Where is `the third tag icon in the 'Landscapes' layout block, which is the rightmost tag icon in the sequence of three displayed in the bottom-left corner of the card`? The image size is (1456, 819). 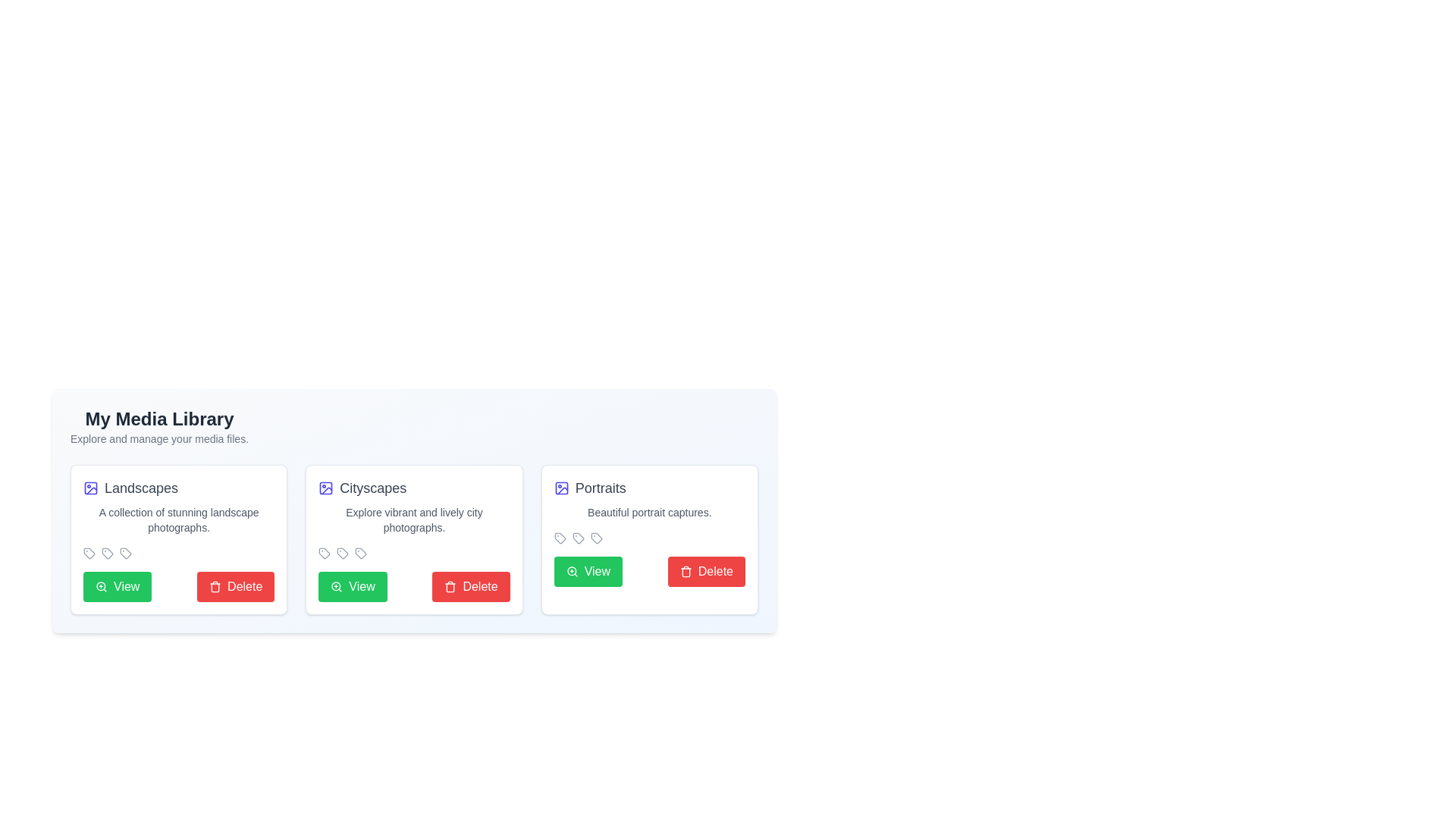
the third tag icon in the 'Landscapes' layout block, which is the rightmost tag icon in the sequence of three displayed in the bottom-left corner of the card is located at coordinates (126, 553).